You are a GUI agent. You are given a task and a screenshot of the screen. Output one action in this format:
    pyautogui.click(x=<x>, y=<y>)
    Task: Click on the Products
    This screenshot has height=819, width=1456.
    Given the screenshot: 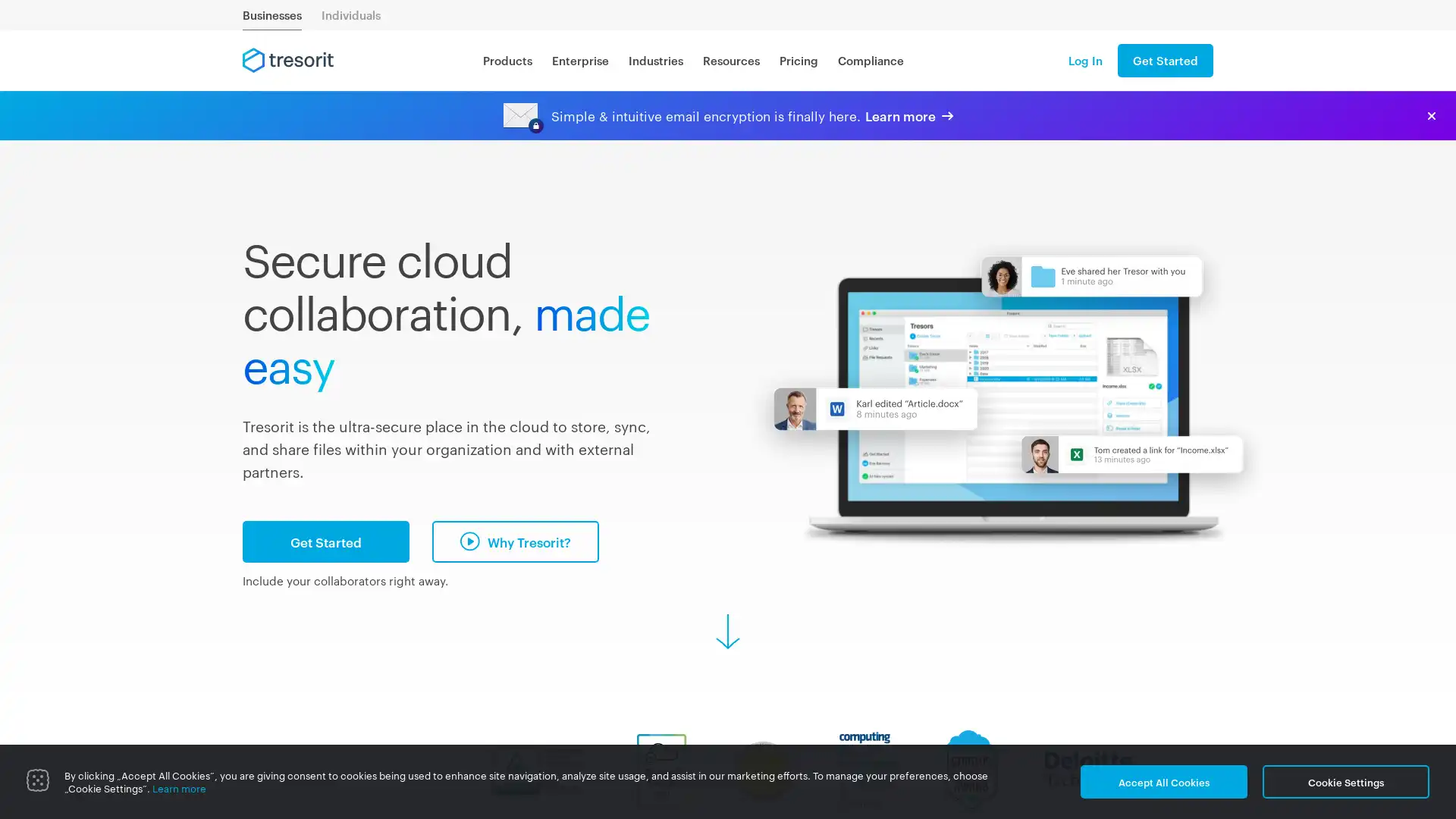 What is the action you would take?
    pyautogui.click(x=507, y=60)
    